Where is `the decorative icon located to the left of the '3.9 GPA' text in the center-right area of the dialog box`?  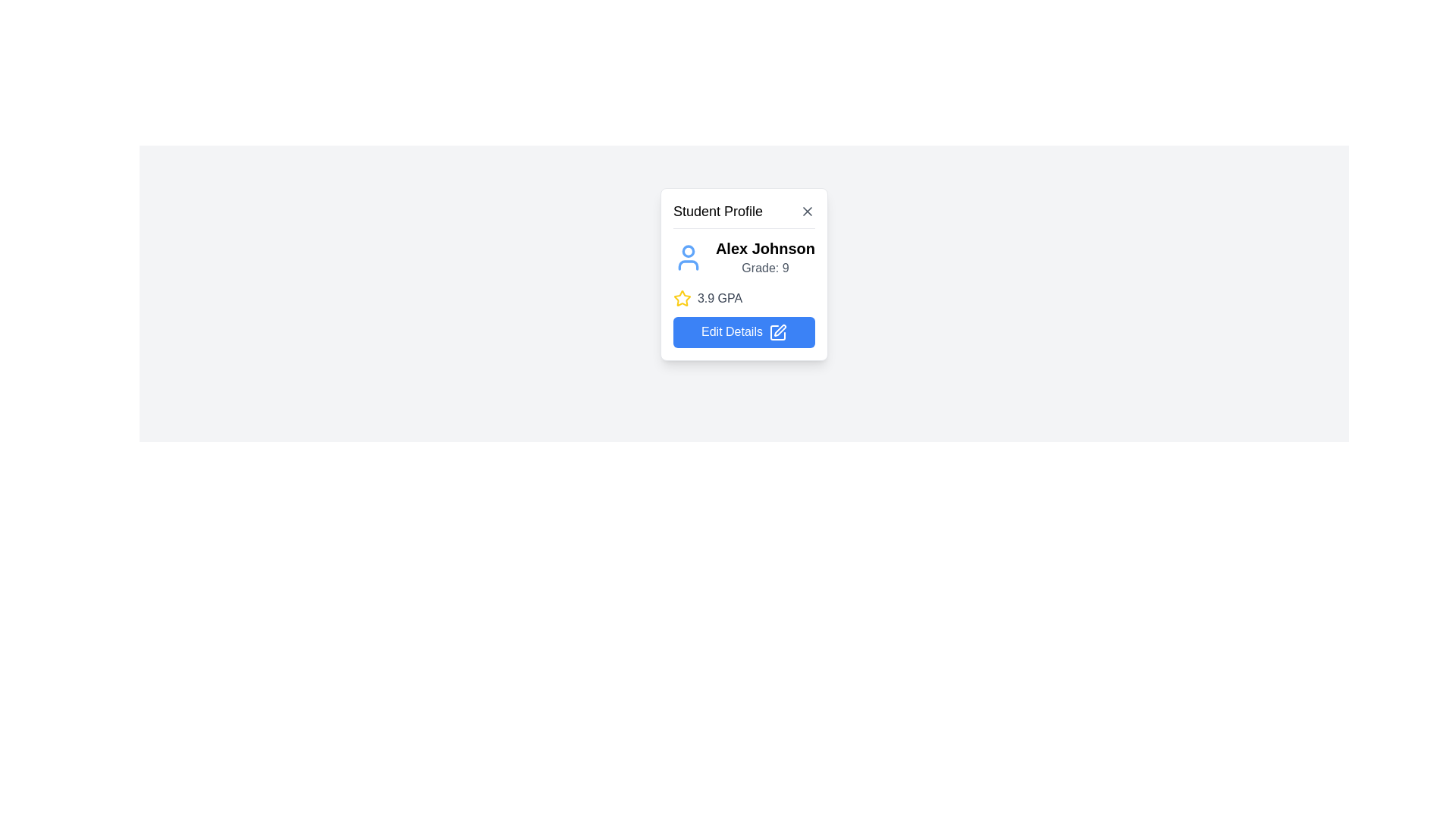 the decorative icon located to the left of the '3.9 GPA' text in the center-right area of the dialog box is located at coordinates (681, 298).